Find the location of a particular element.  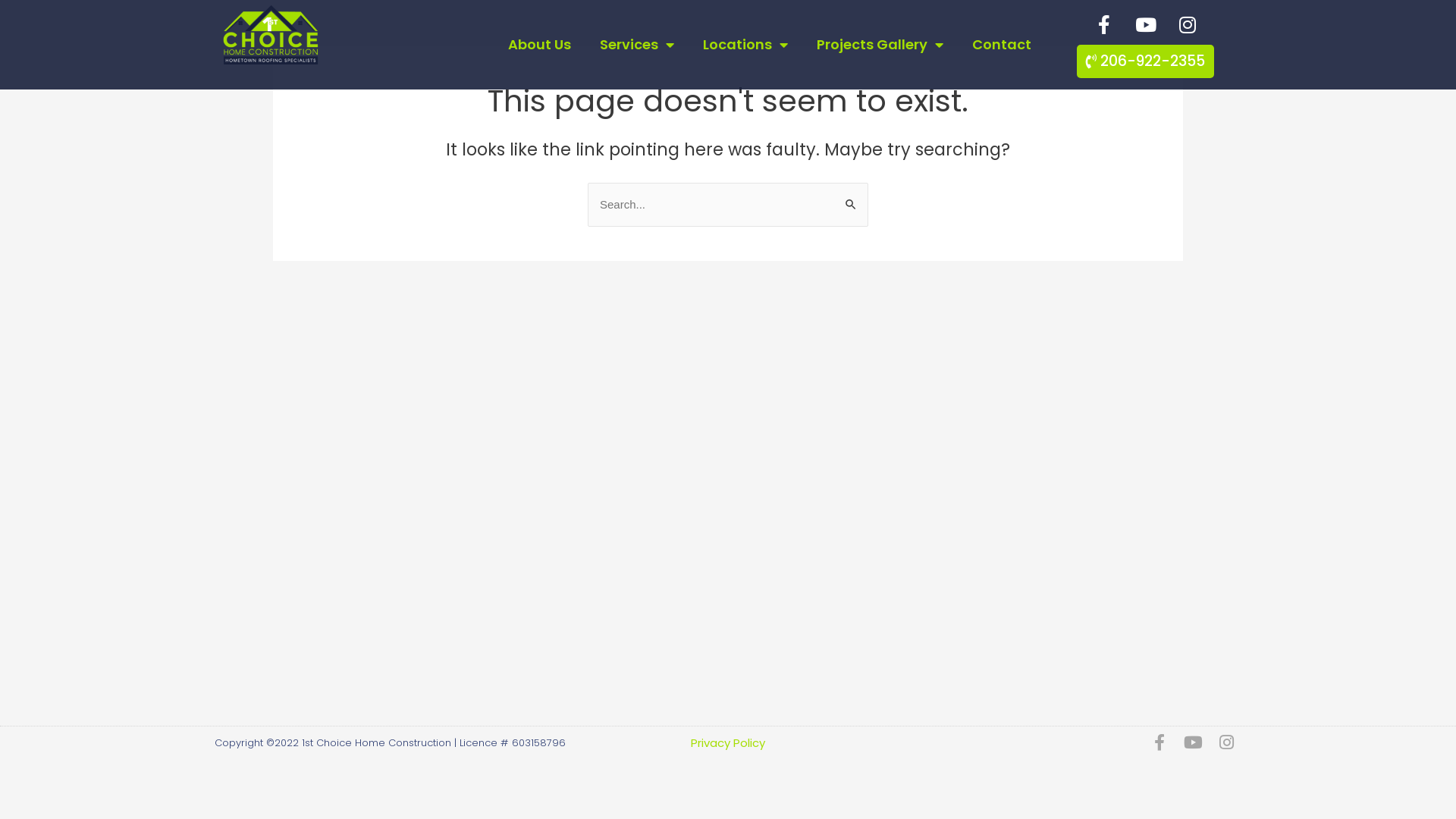

'Projects Gallery' is located at coordinates (880, 43).